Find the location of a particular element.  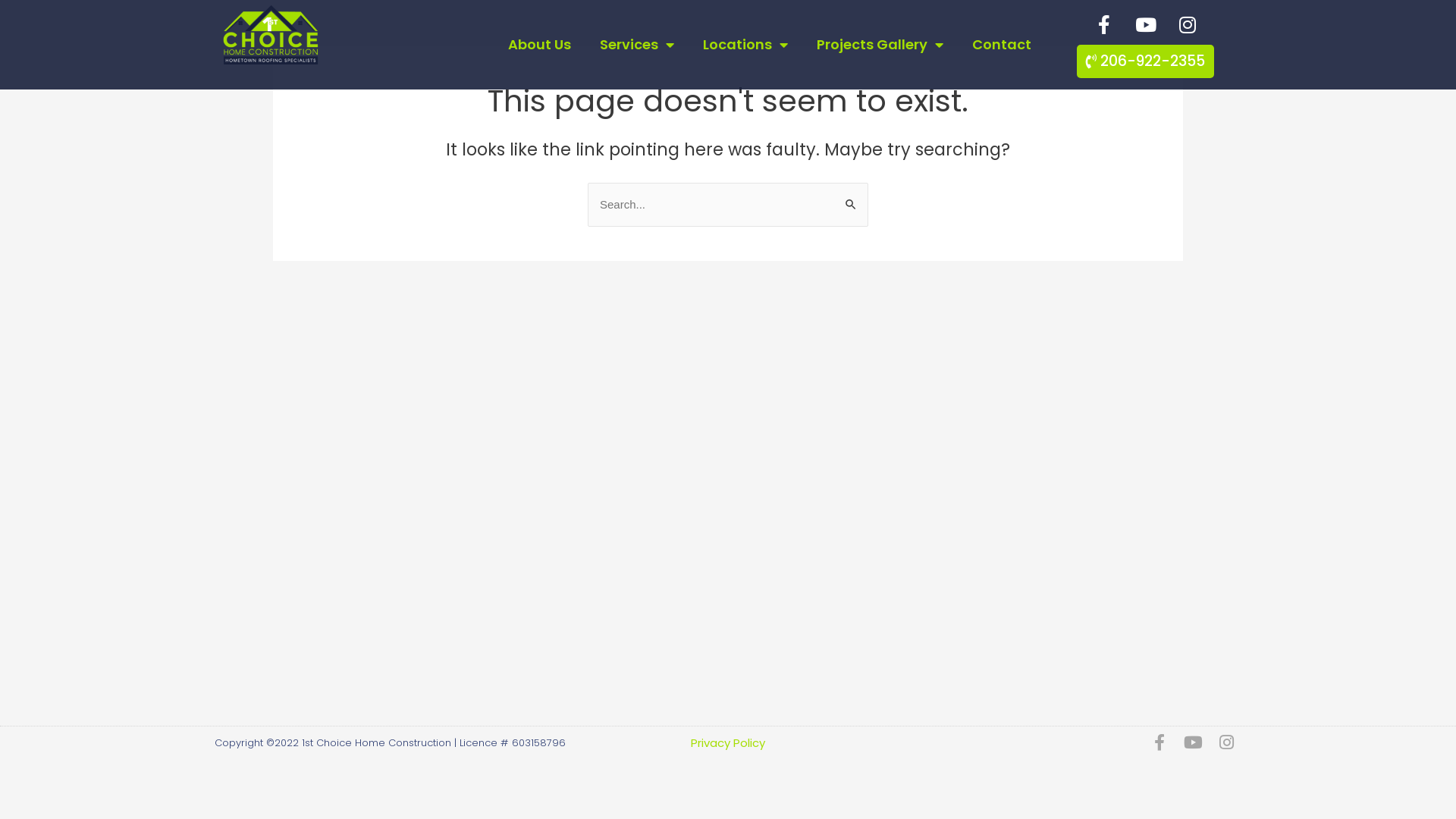

'Projects Gallery' is located at coordinates (880, 43).